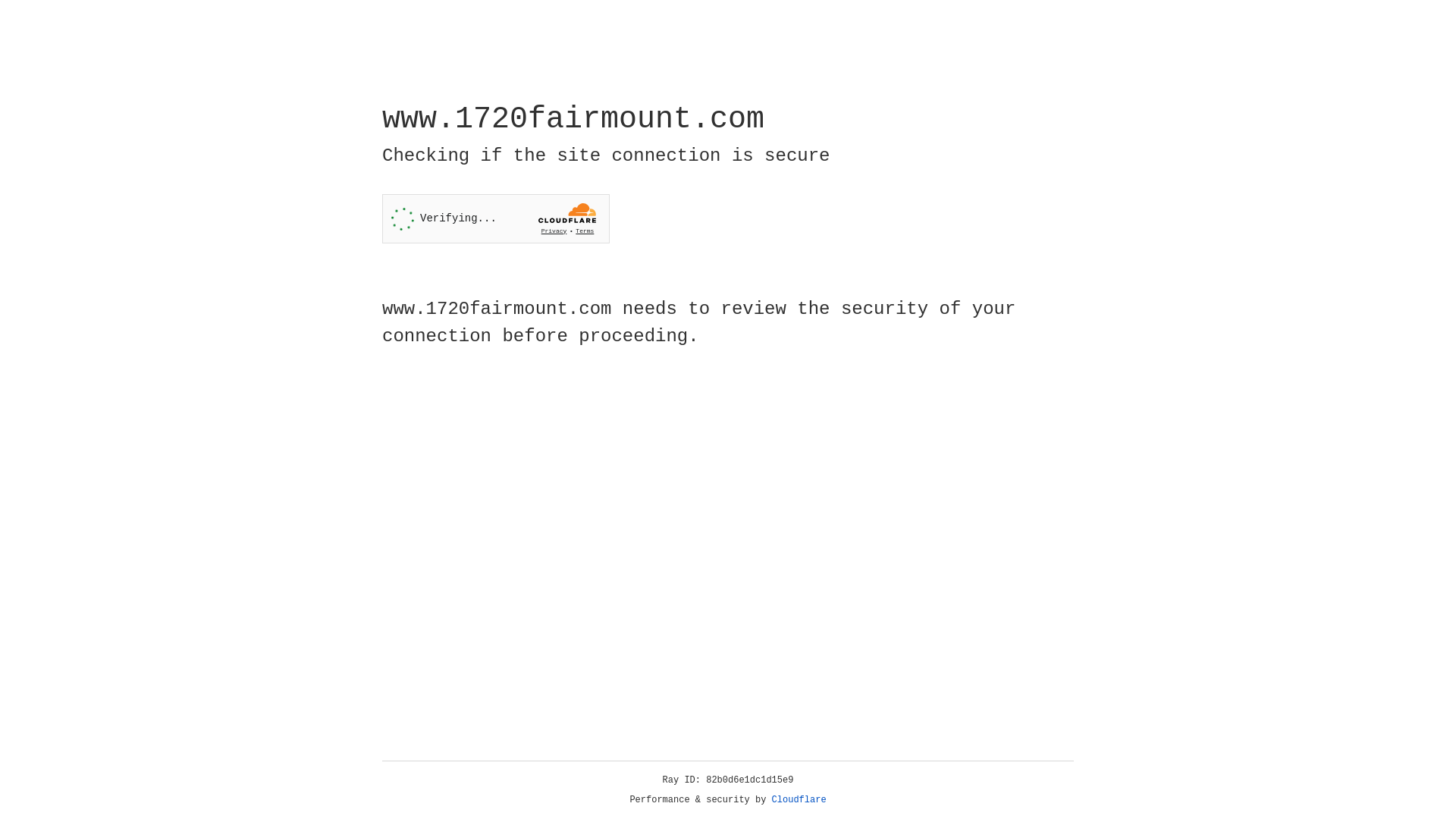 The image size is (1456, 819). Describe the element at coordinates (799, 799) in the screenshot. I see `'Cloudflare'` at that location.